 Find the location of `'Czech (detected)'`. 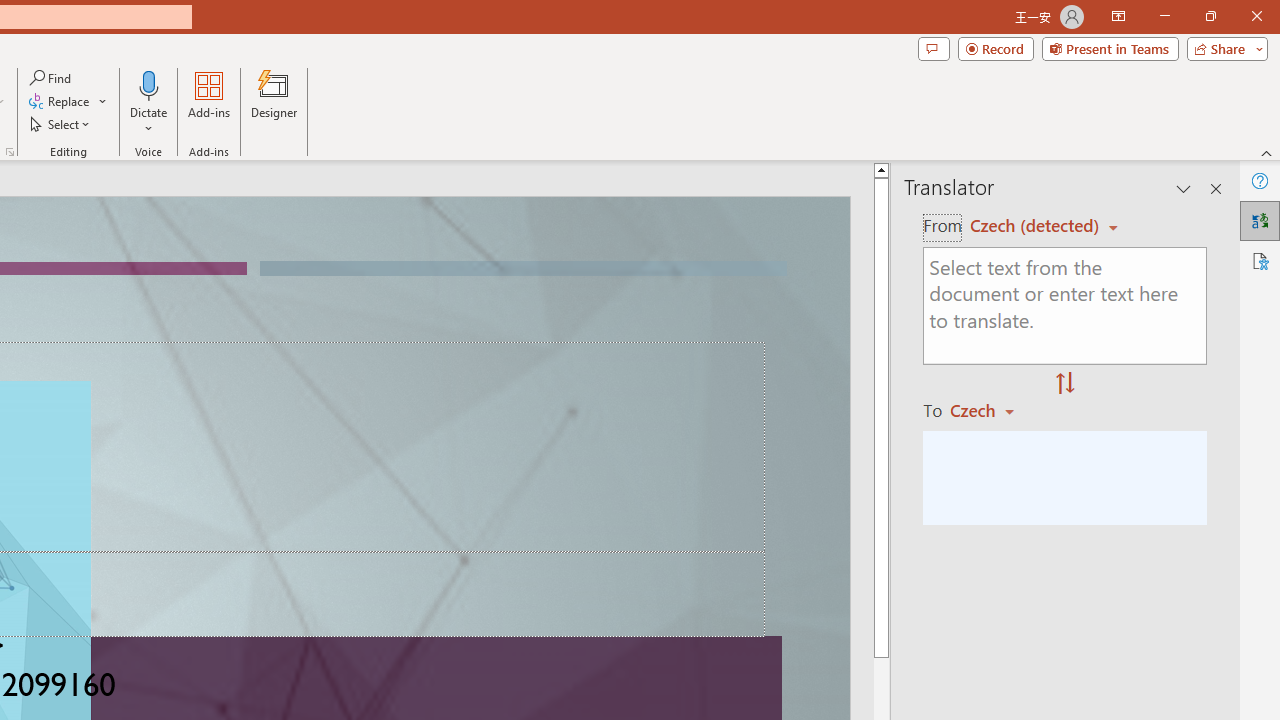

'Czech (detected)' is located at coordinates (1037, 225).